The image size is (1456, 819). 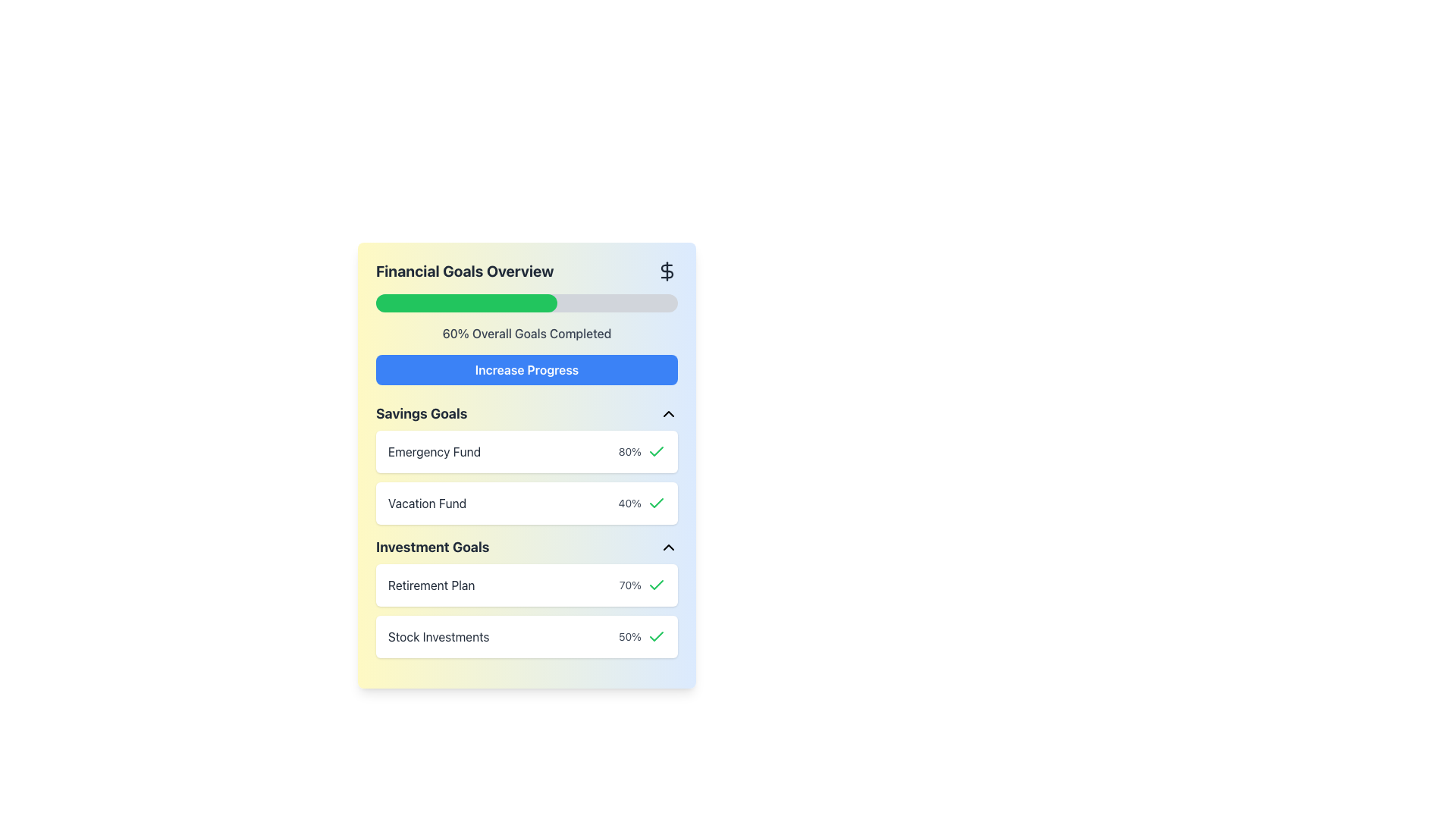 I want to click on the toggle button located to the right of the 'Investment Goals' header, so click(x=668, y=547).